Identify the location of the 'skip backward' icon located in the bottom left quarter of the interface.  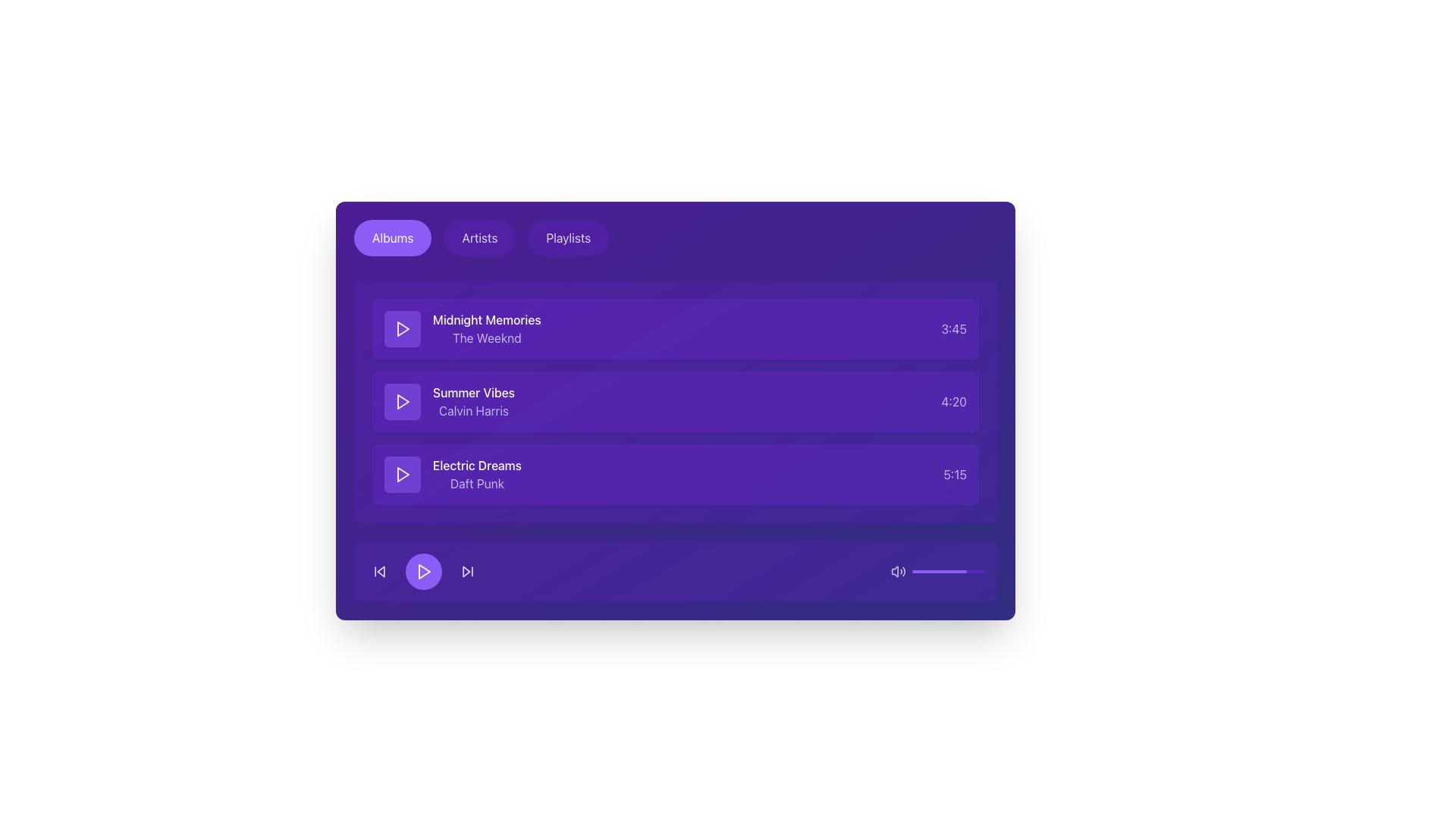
(381, 571).